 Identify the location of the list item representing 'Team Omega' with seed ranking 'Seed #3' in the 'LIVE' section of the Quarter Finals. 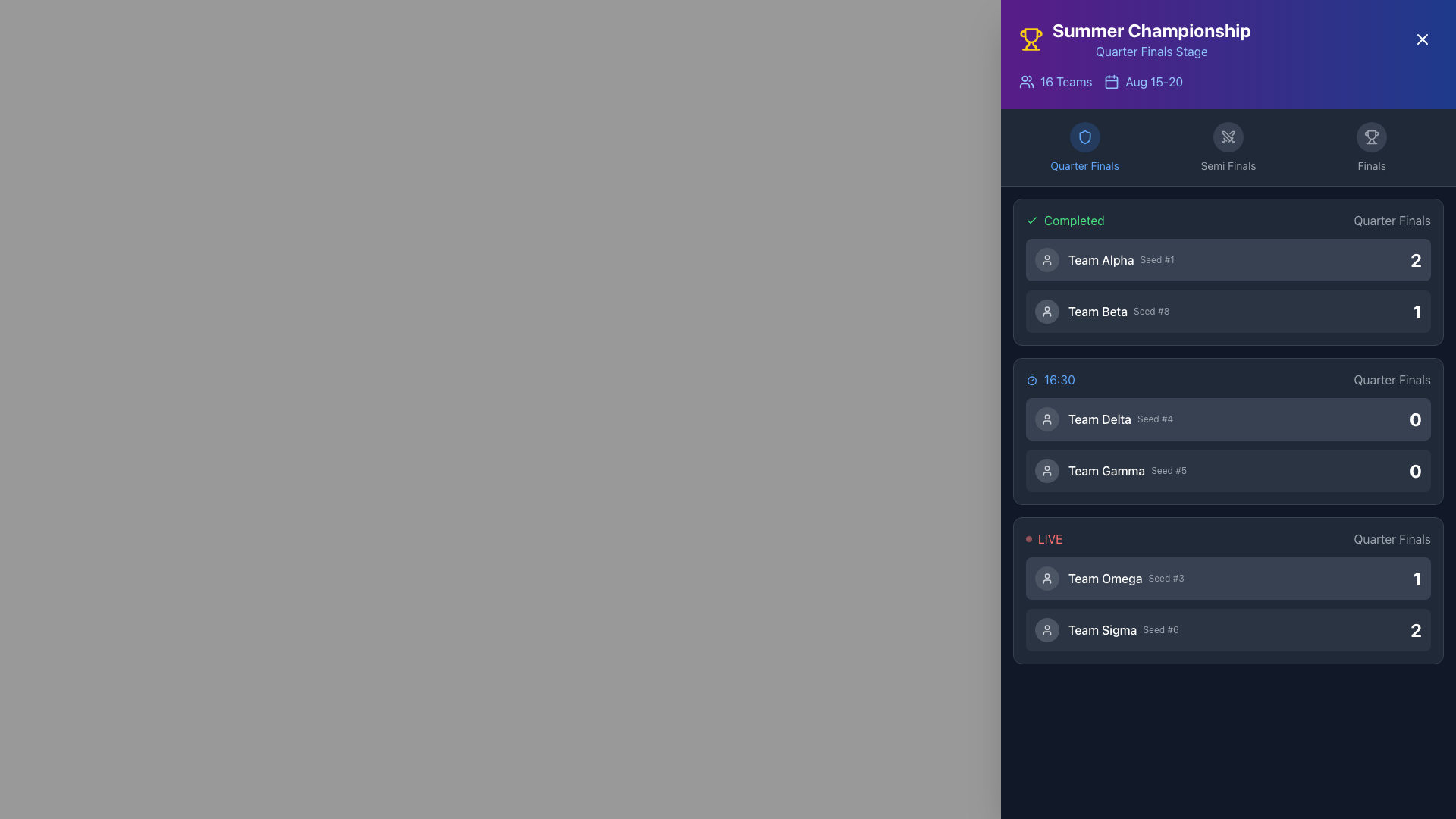
(1109, 579).